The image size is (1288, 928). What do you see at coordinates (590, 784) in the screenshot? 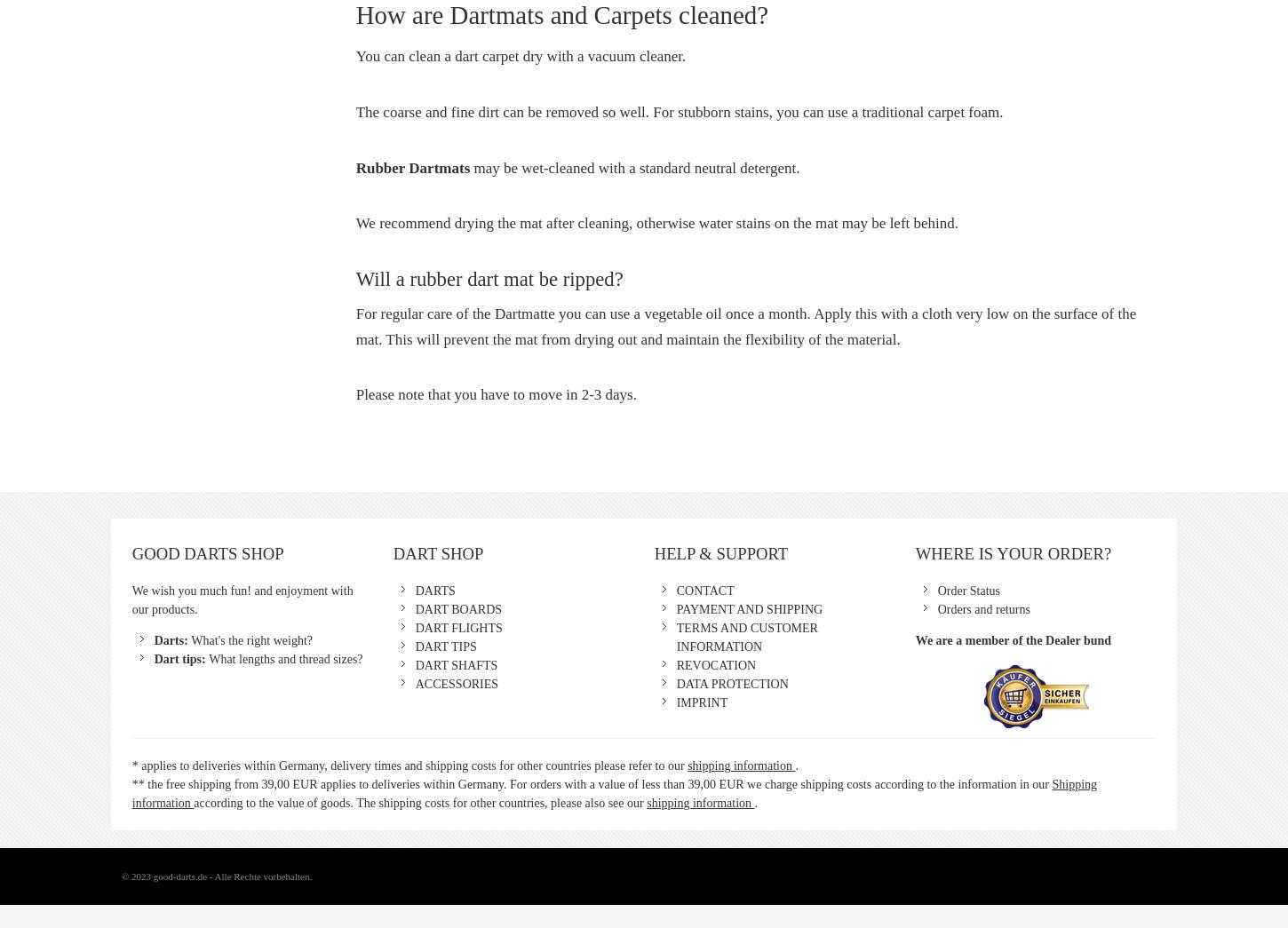
I see `'** the free shipping from 39,00 EUR applies to deliveries within Germany. For orders with a value of less than 39,00 EUR we charge shipping costs according to the information in our'` at bounding box center [590, 784].